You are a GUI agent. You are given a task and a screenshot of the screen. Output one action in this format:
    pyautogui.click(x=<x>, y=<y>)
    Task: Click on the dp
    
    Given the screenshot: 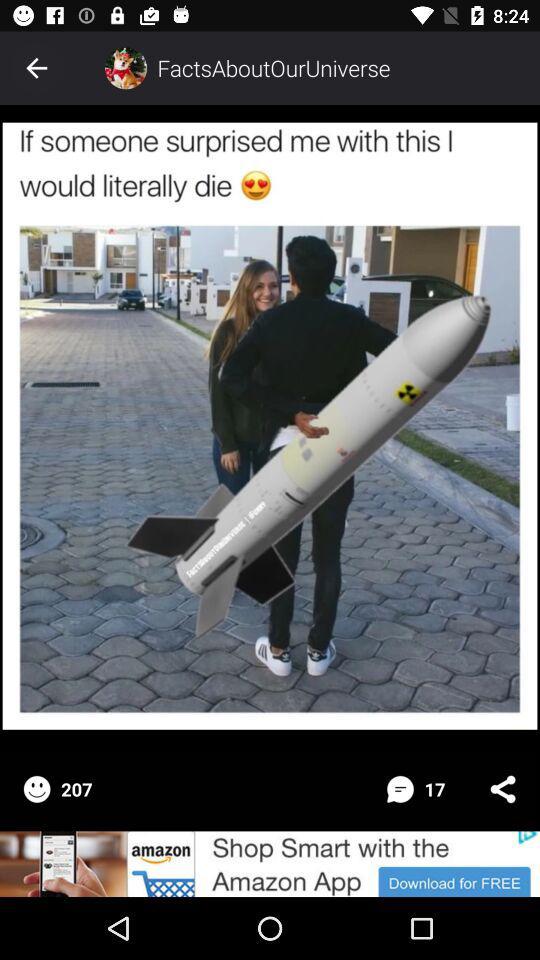 What is the action you would take?
    pyautogui.click(x=125, y=68)
    